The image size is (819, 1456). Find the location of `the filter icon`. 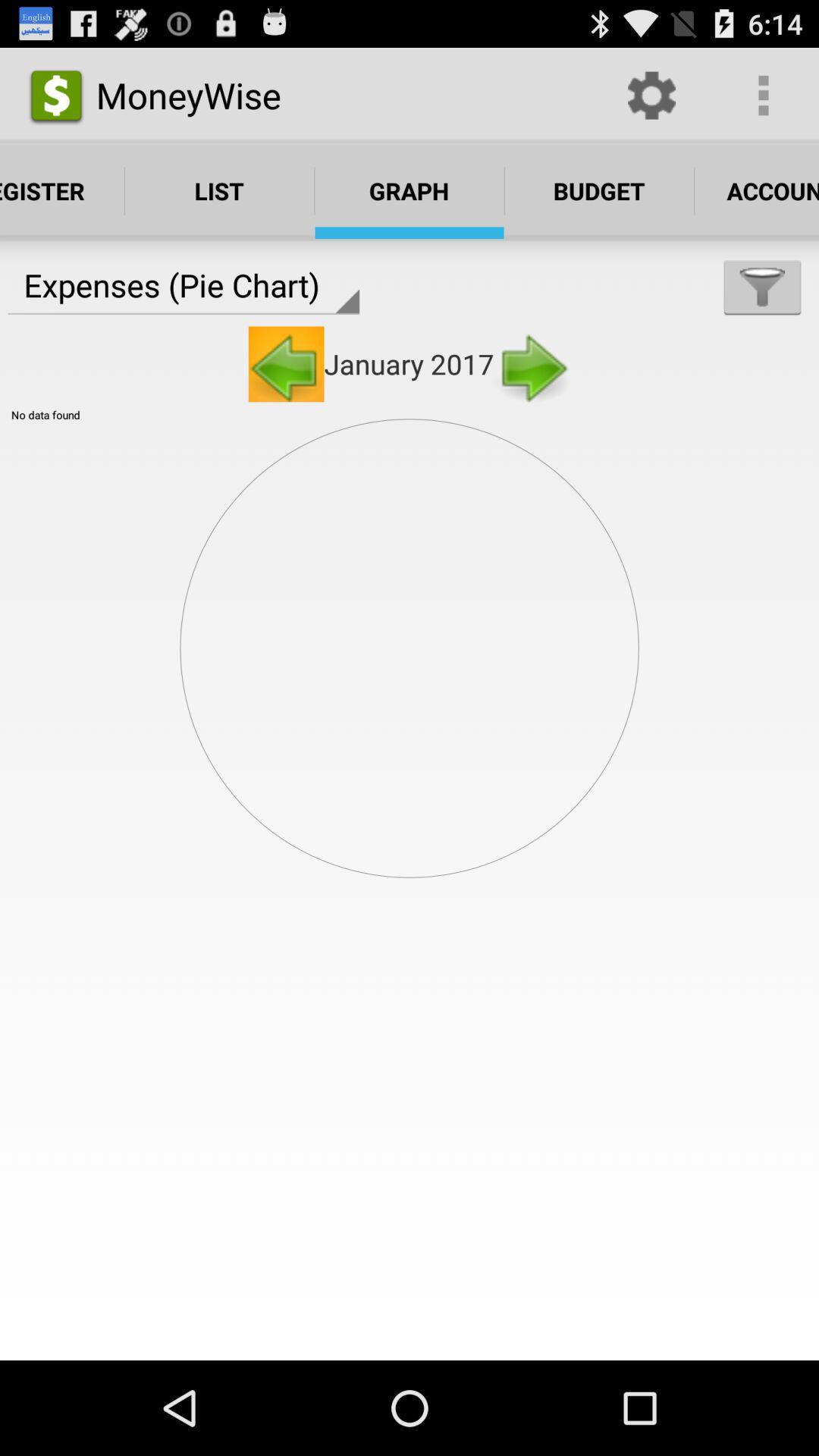

the filter icon is located at coordinates (762, 306).